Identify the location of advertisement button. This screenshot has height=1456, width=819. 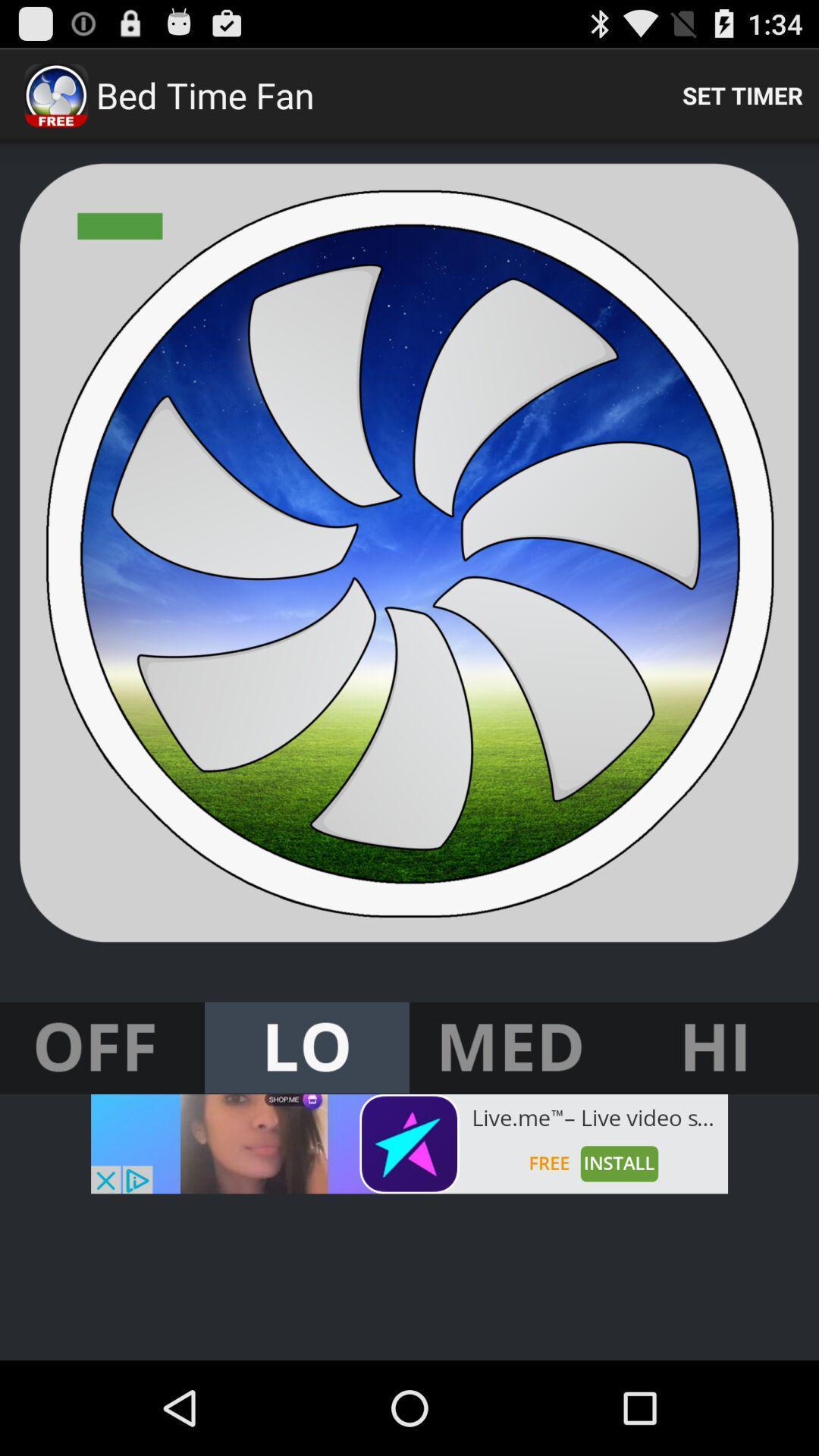
(409, 1144).